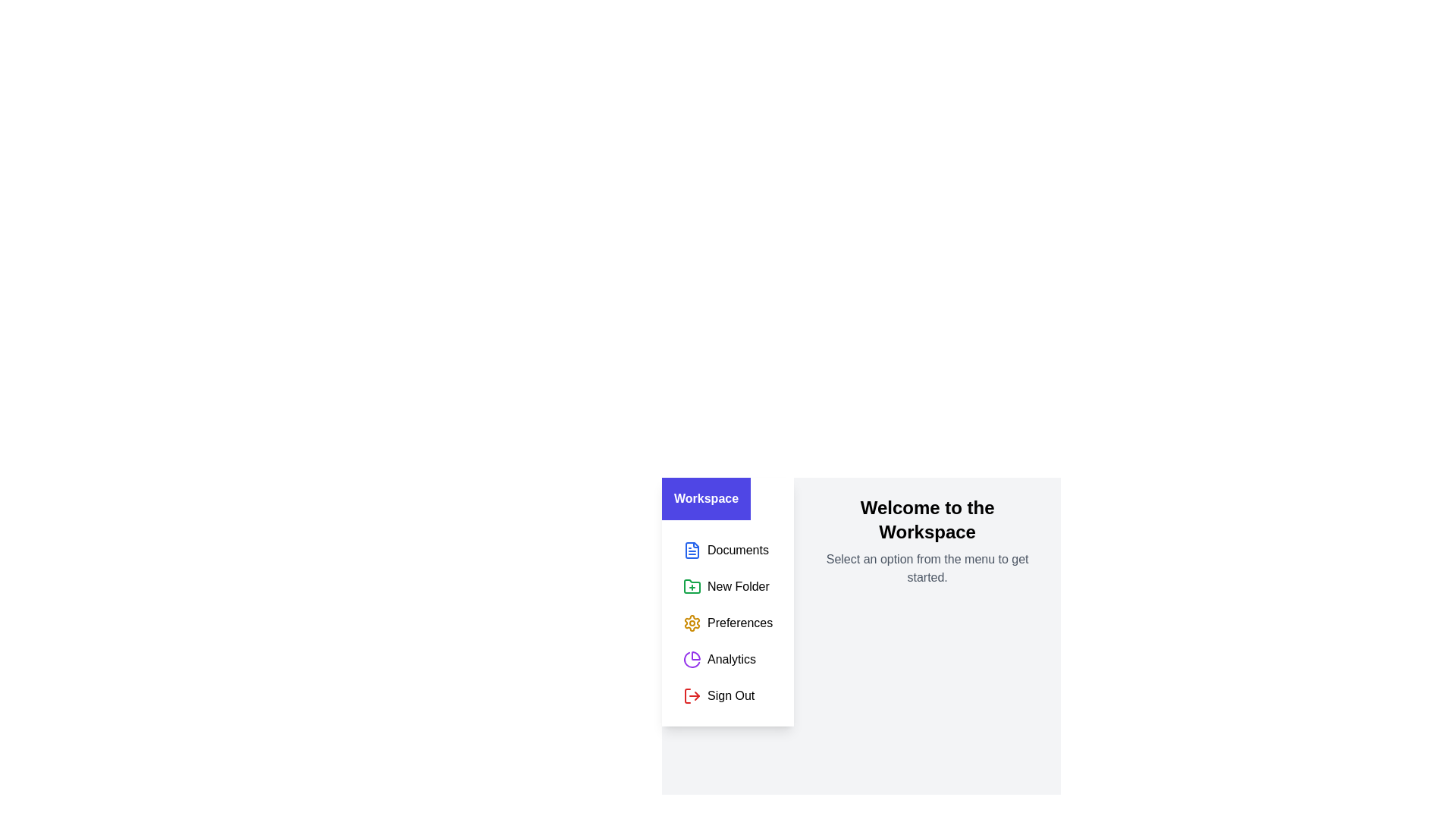  What do you see at coordinates (728, 623) in the screenshot?
I see `the menu item Preferences to select it` at bounding box center [728, 623].